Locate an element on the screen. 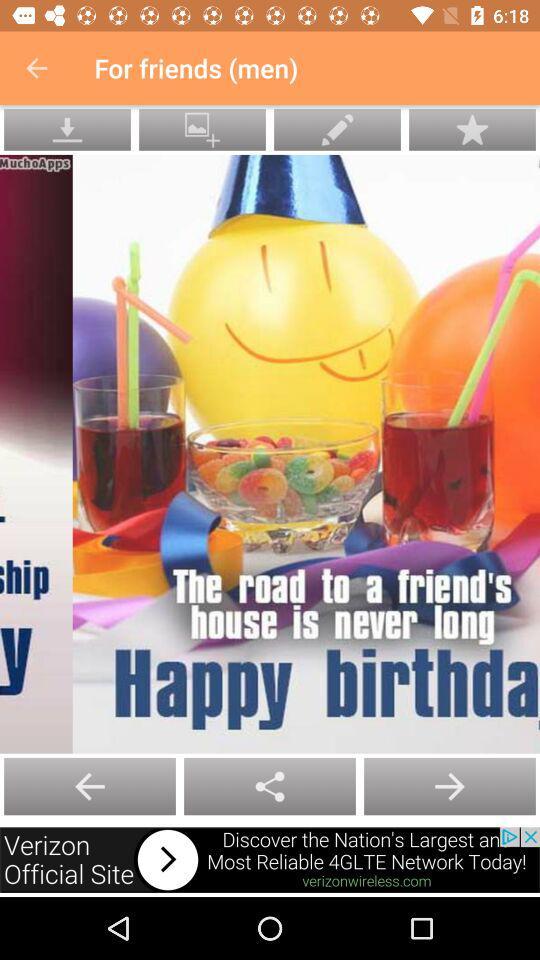 This screenshot has width=540, height=960. the star icon is located at coordinates (472, 128).